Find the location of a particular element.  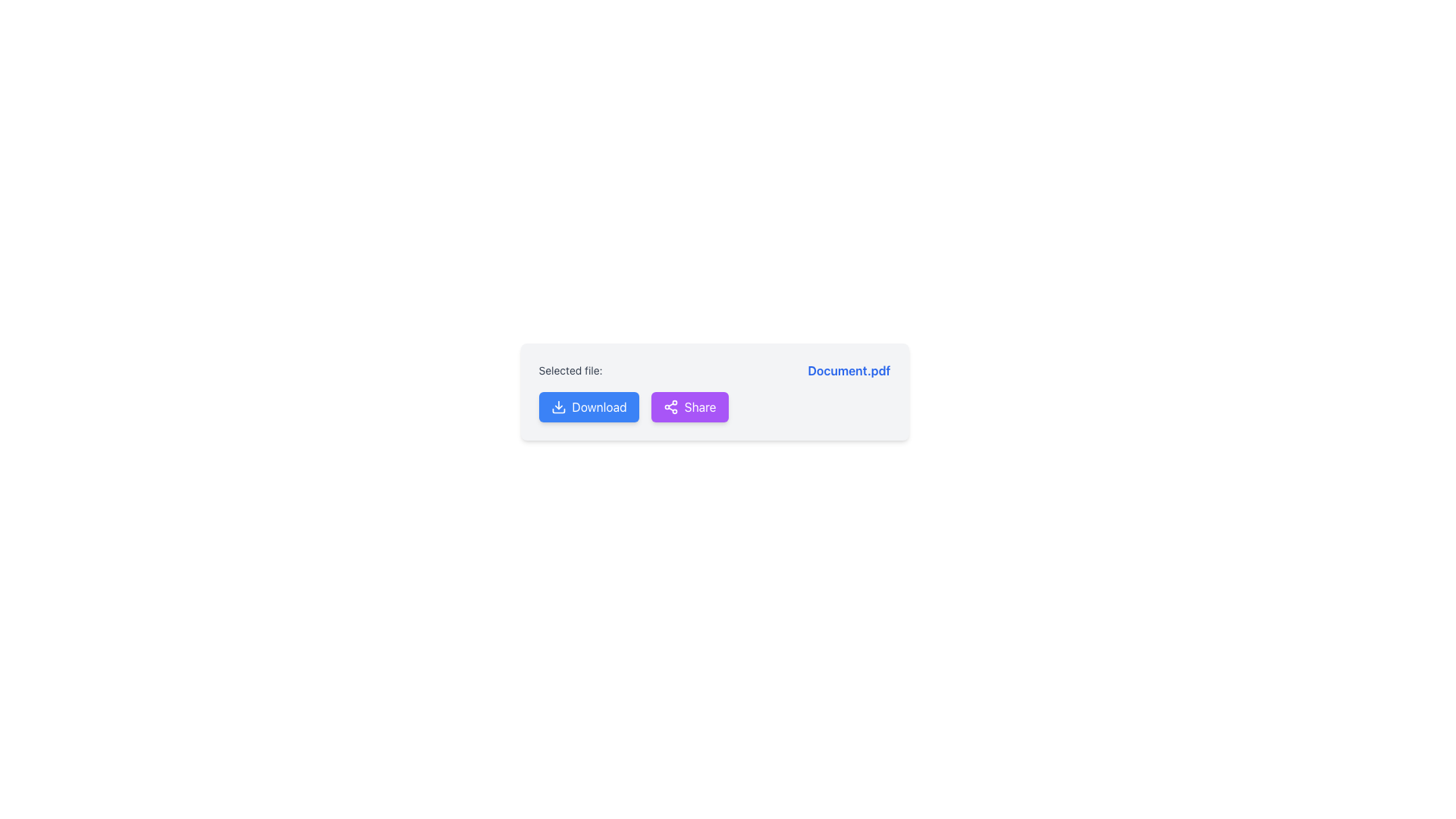

the prominent blue 'Download' button with rounded corners is located at coordinates (588, 406).